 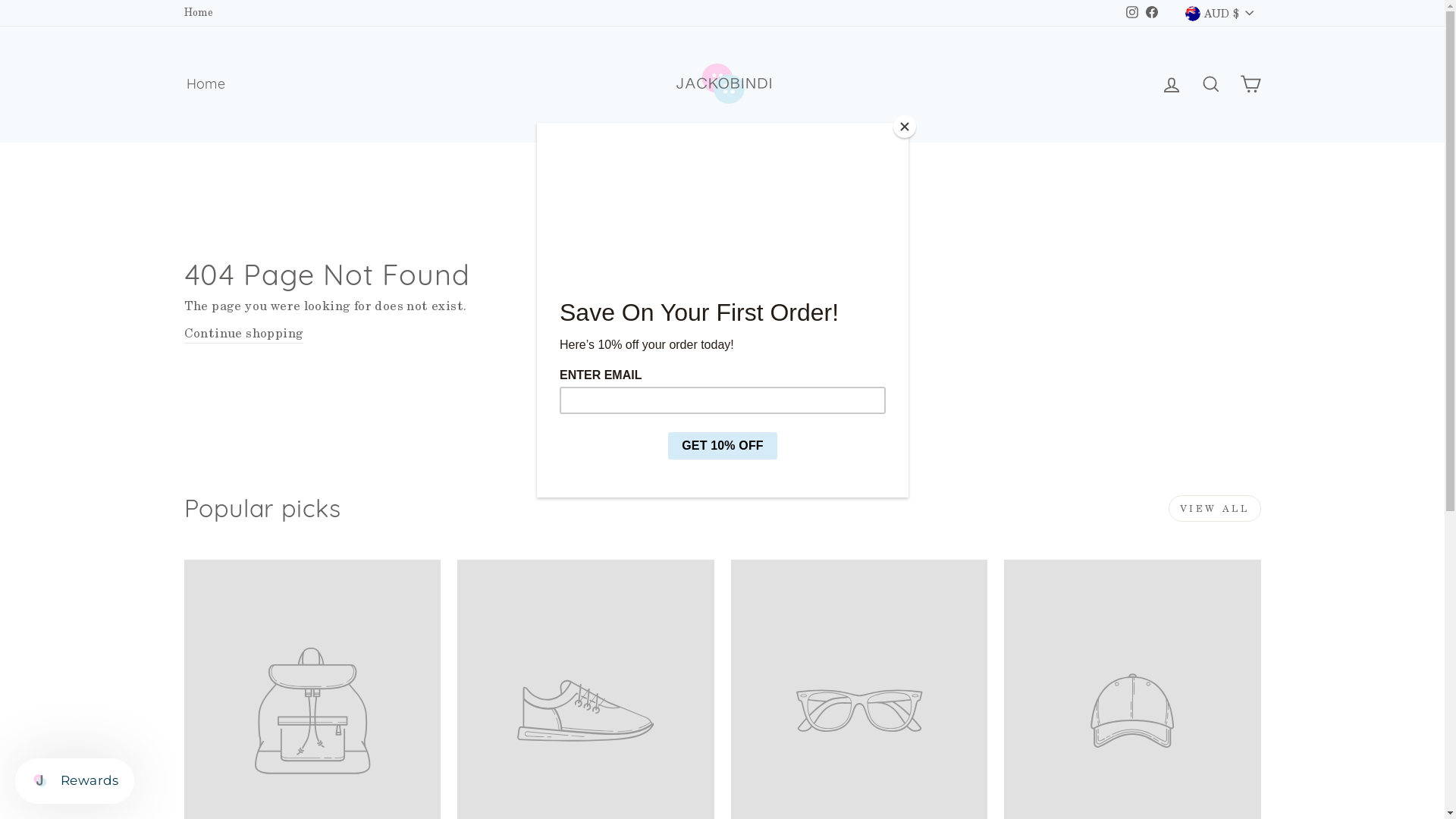 What do you see at coordinates (1131, 12) in the screenshot?
I see `'Instagram'` at bounding box center [1131, 12].